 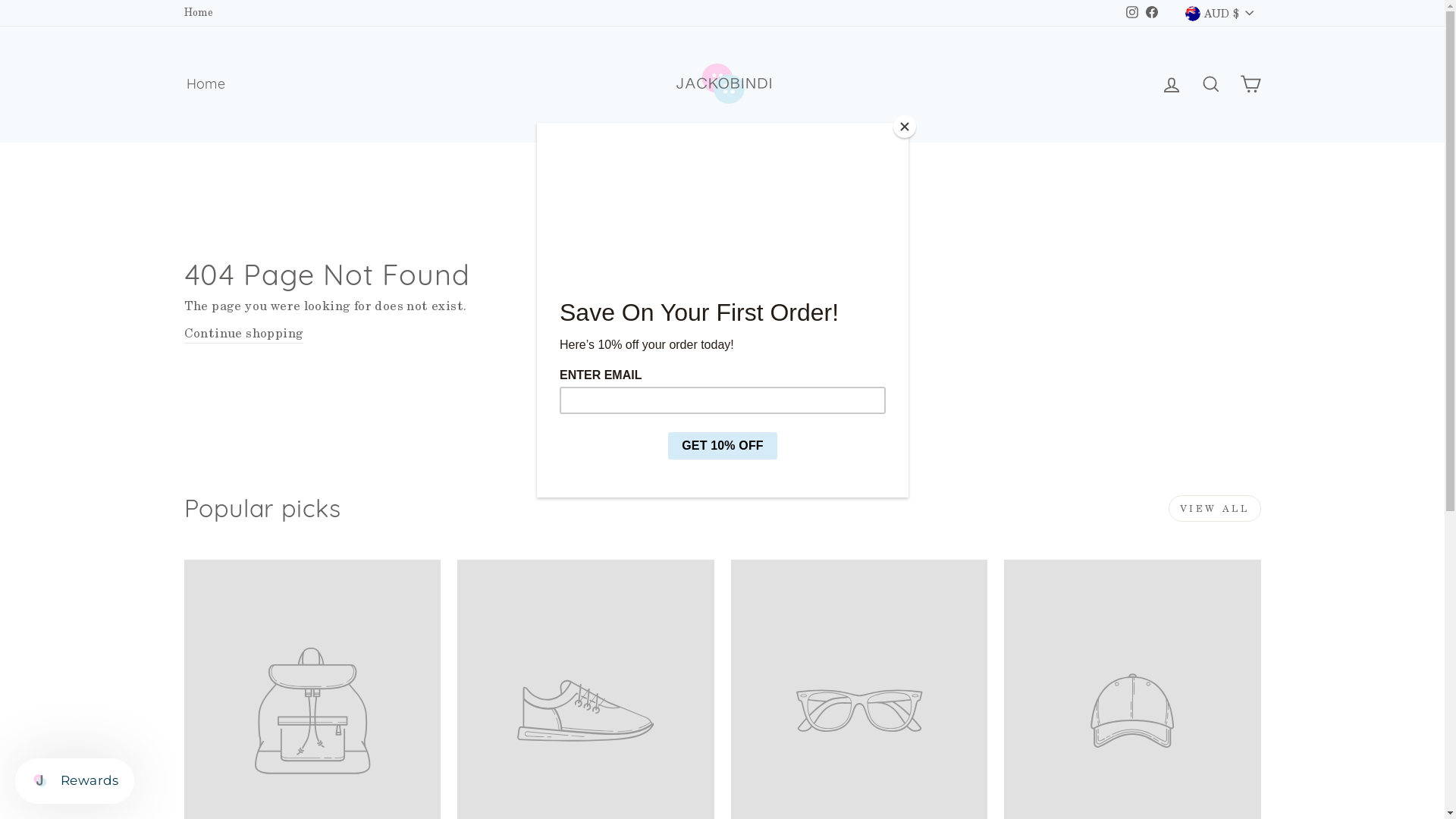 What do you see at coordinates (1131, 12) in the screenshot?
I see `'Instagram'` at bounding box center [1131, 12].